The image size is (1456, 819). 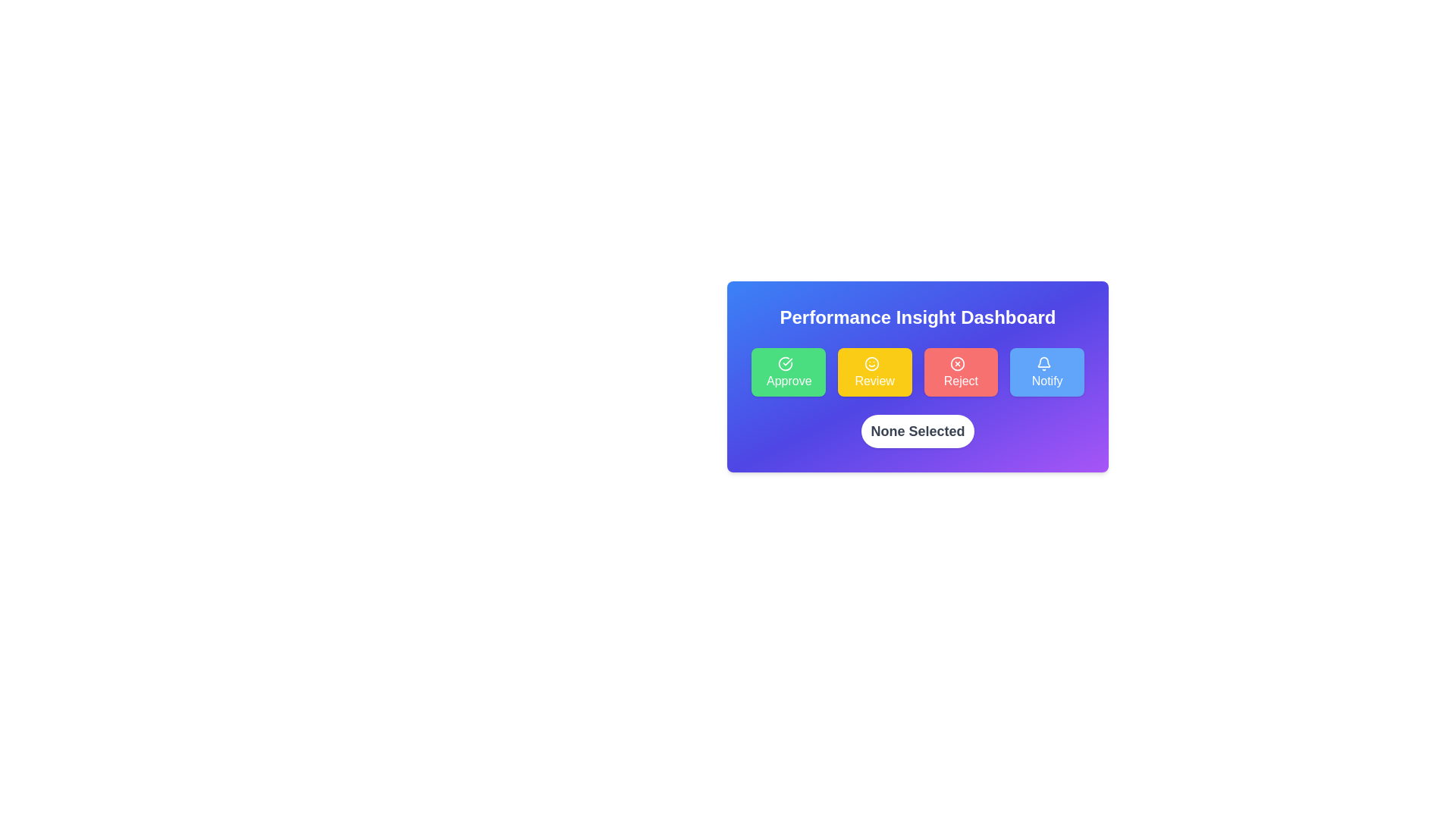 What do you see at coordinates (871, 363) in the screenshot?
I see `circular vector graphic component that is the primary circumscribed circle of the smiley face icon in the toolbar` at bounding box center [871, 363].